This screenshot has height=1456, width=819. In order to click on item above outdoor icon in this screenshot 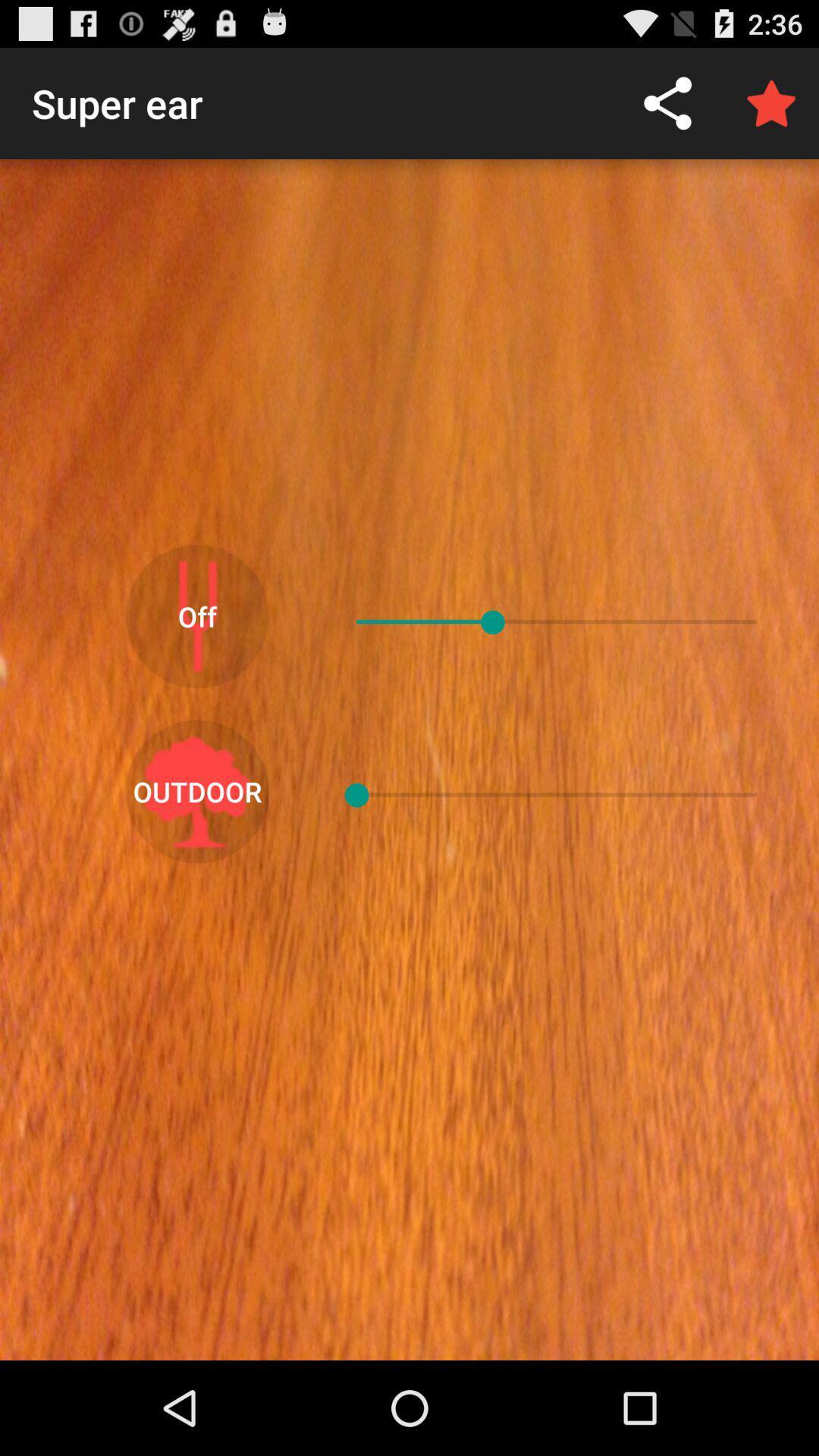, I will do `click(196, 616)`.